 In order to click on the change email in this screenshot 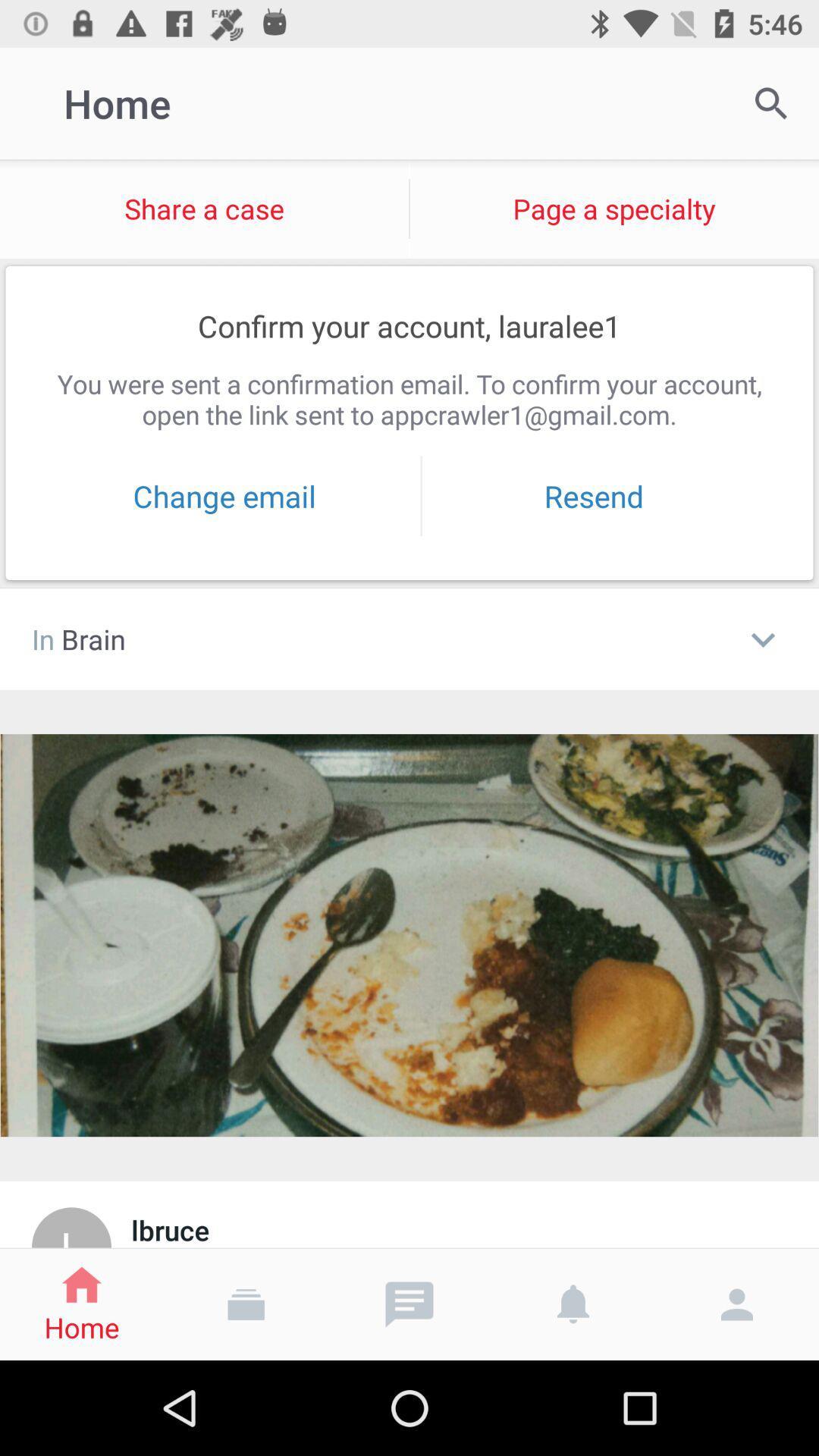, I will do `click(224, 496)`.